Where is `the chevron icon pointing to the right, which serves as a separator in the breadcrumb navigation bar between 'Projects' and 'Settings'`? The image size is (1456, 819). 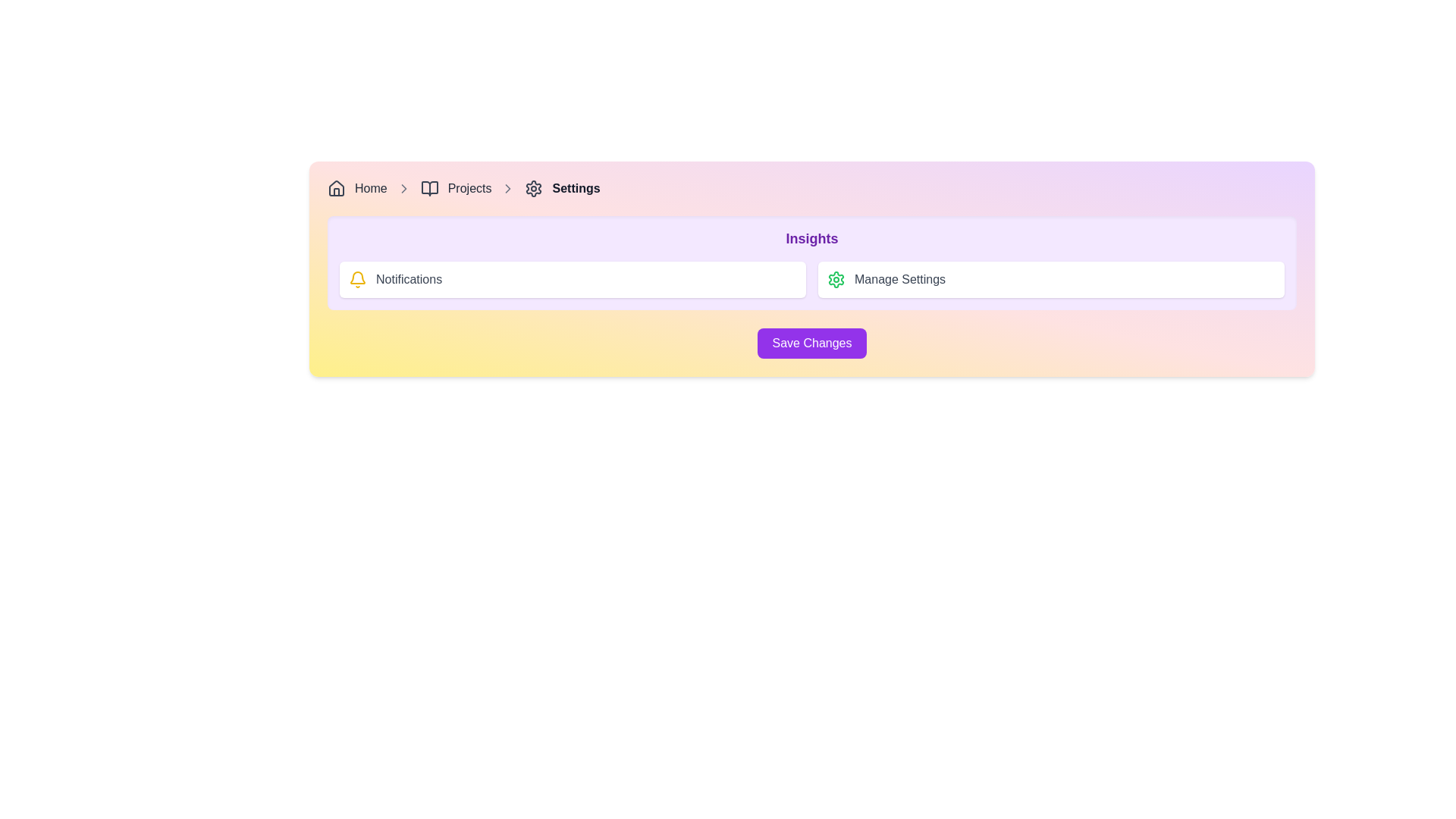
the chevron icon pointing to the right, which serves as a separator in the breadcrumb navigation bar between 'Projects' and 'Settings' is located at coordinates (508, 188).